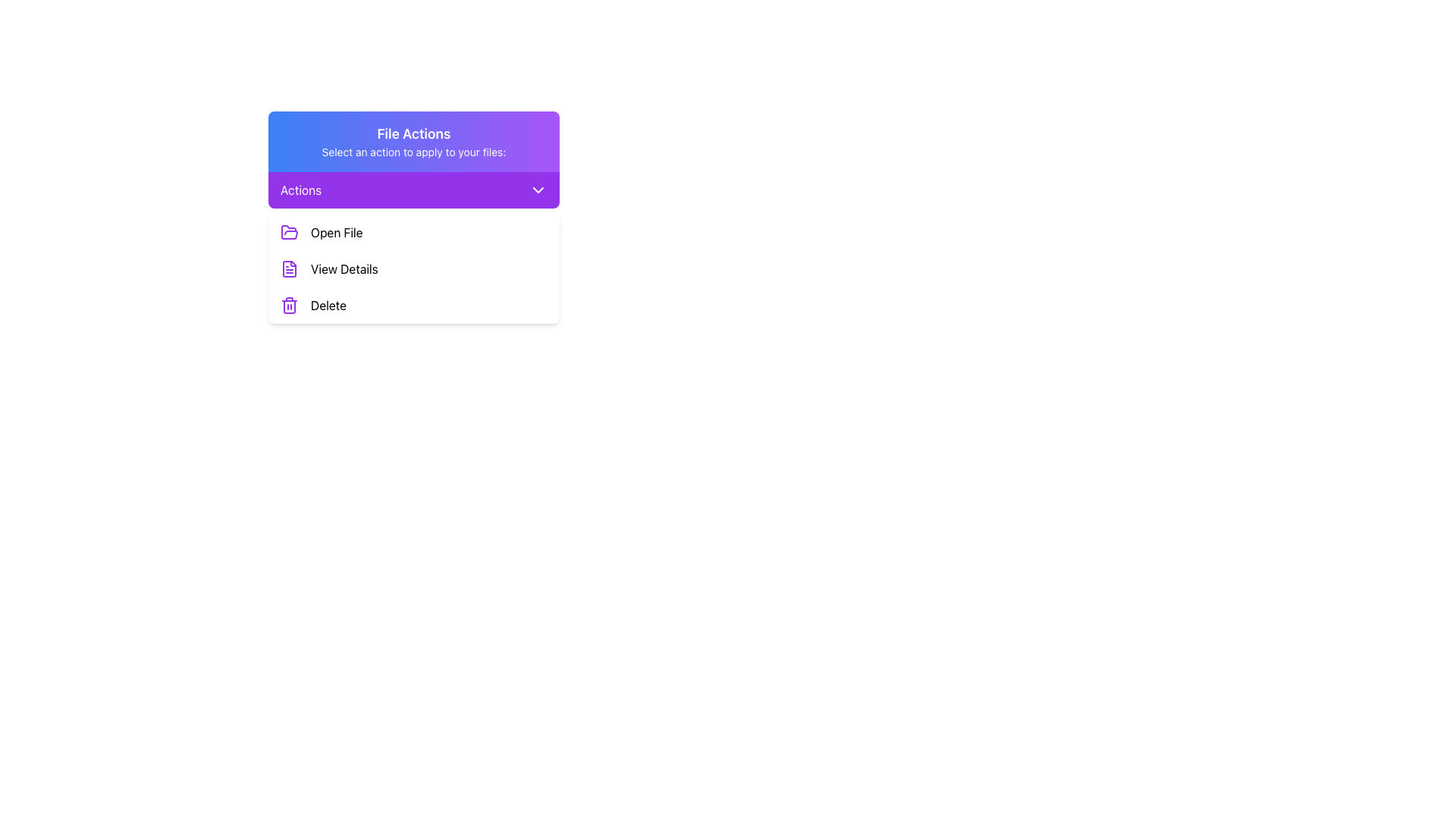  What do you see at coordinates (290, 268) in the screenshot?
I see `the 'View Details' icon, which is the second option in the 'Actions' dropdown menu, represented as an SVG graphical element` at bounding box center [290, 268].